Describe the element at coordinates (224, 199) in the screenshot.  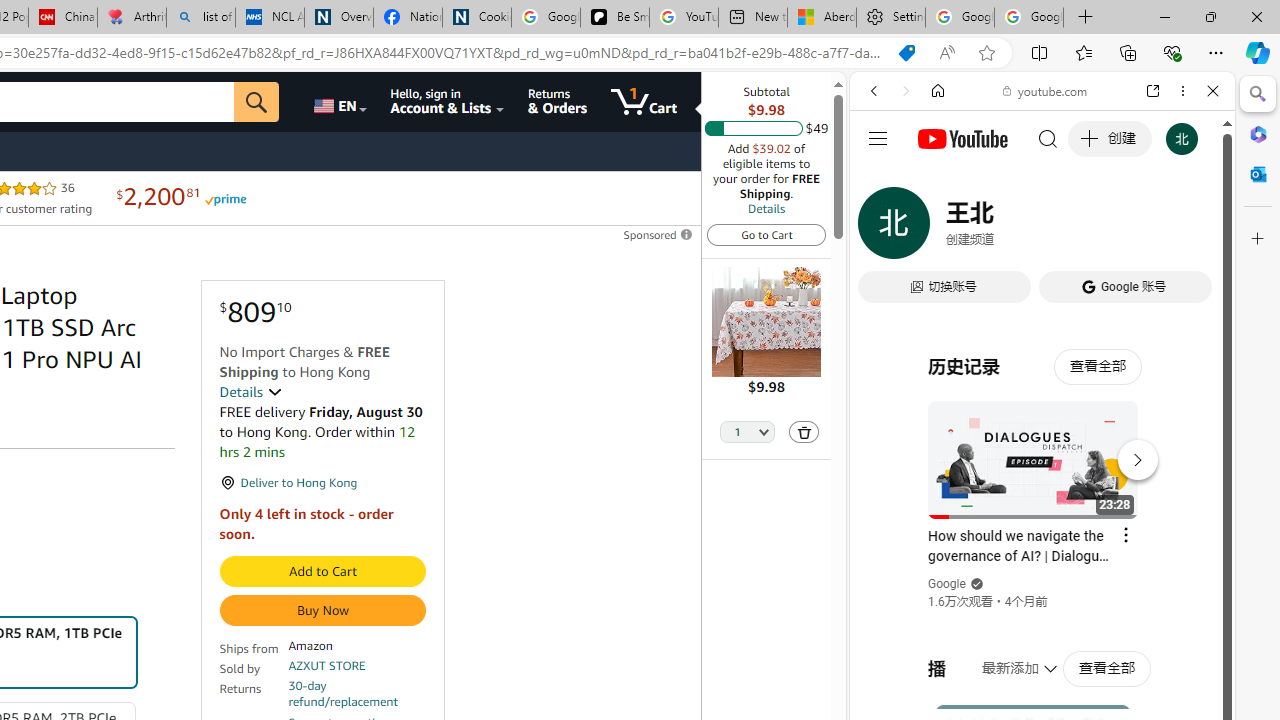
I see `'Prime'` at that location.